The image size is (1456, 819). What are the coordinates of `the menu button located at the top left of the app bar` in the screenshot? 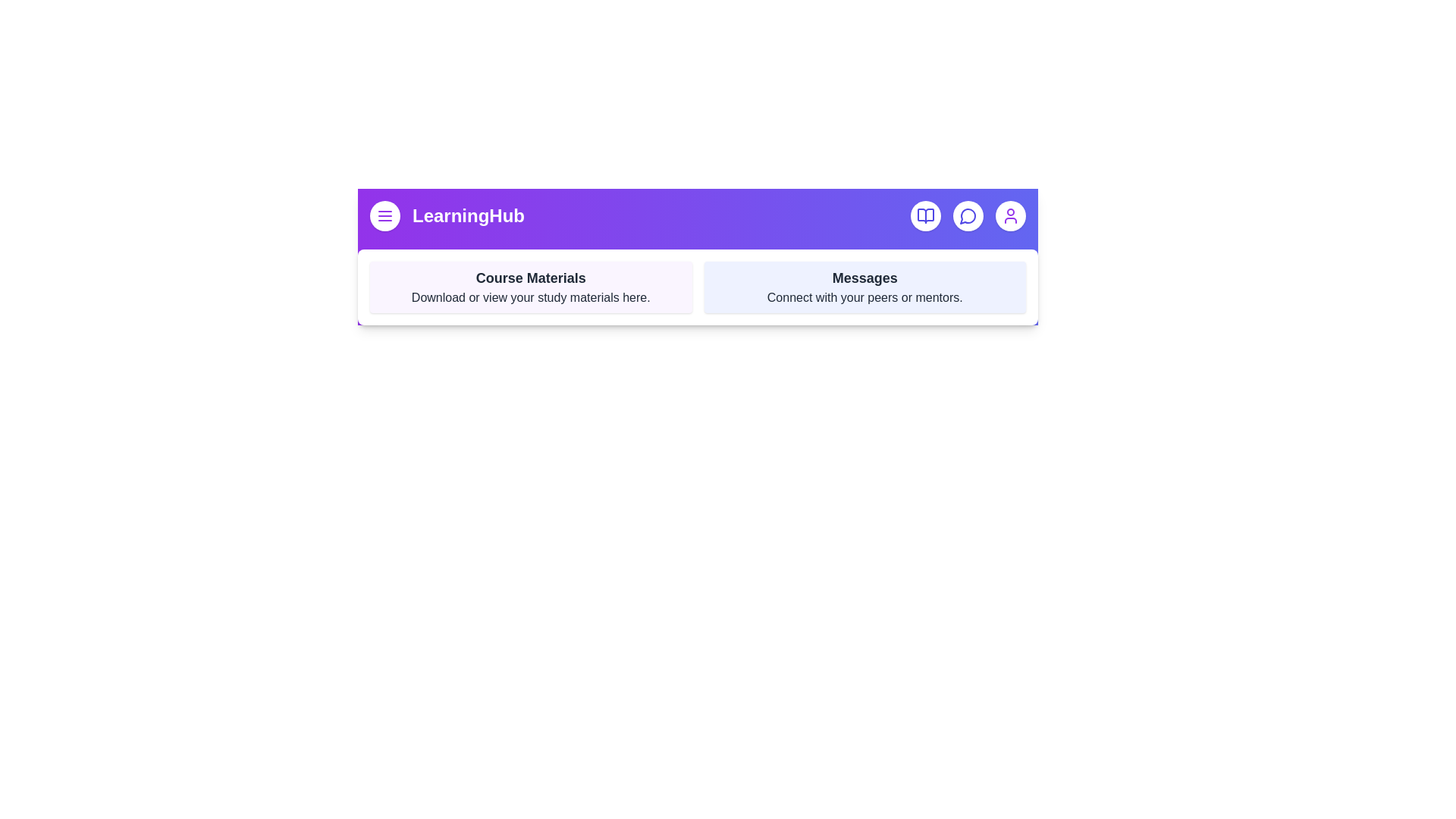 It's located at (385, 216).